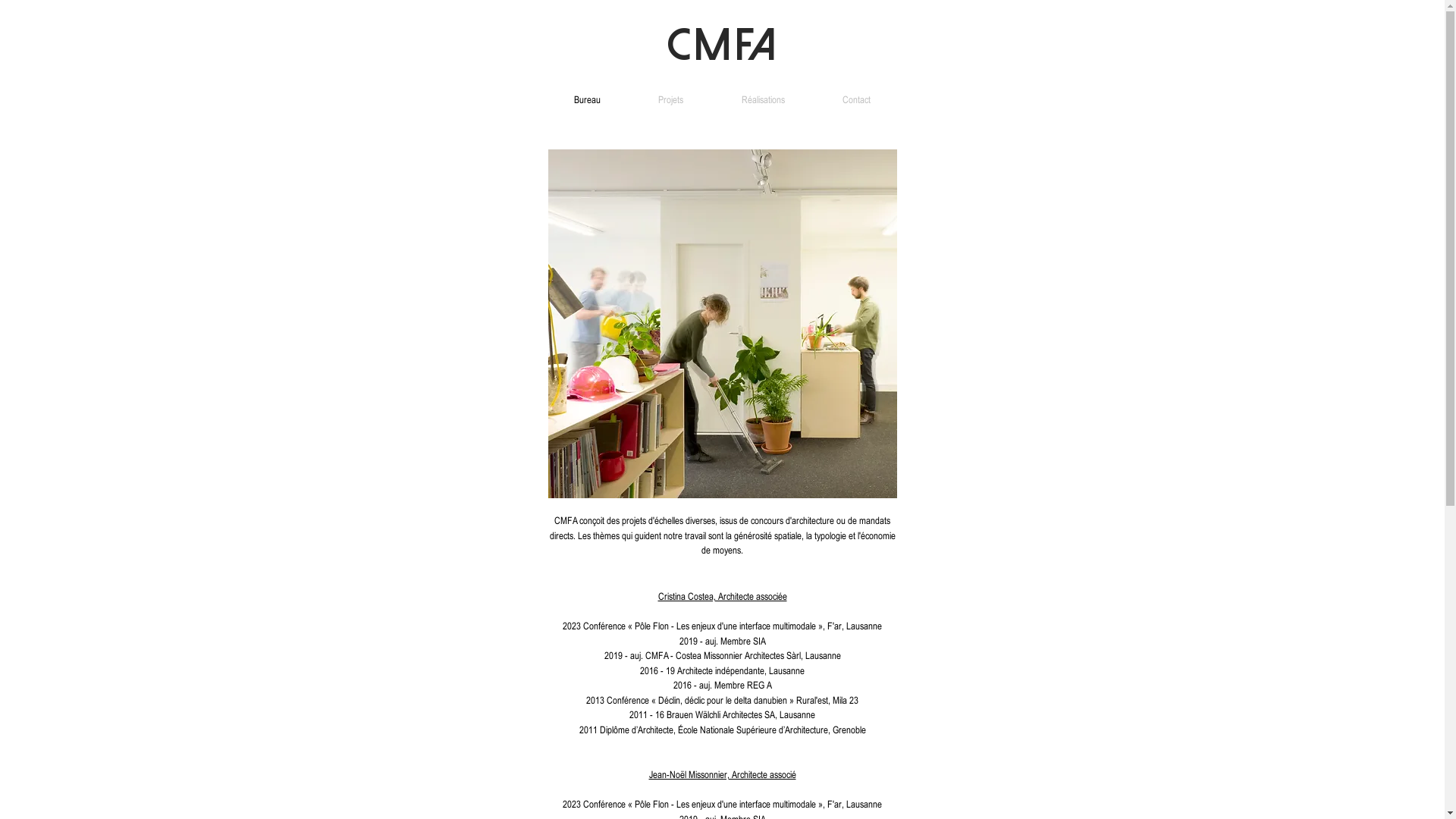  Describe the element at coordinates (720, 43) in the screenshot. I see `'CMFA'` at that location.